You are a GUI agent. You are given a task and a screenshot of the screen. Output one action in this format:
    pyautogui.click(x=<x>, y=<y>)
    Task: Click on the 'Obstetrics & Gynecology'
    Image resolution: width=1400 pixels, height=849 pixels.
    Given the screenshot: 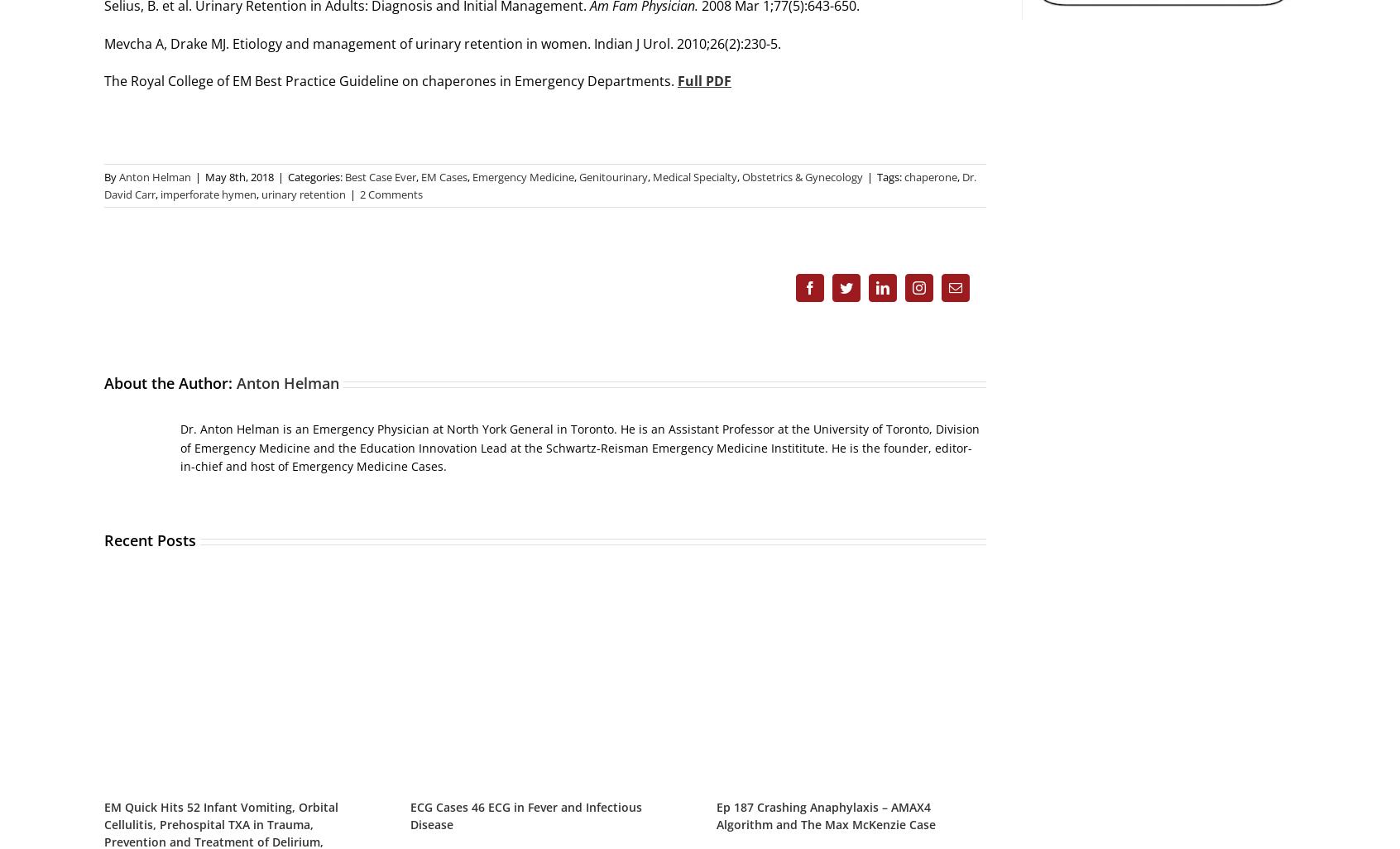 What is the action you would take?
    pyautogui.click(x=803, y=177)
    